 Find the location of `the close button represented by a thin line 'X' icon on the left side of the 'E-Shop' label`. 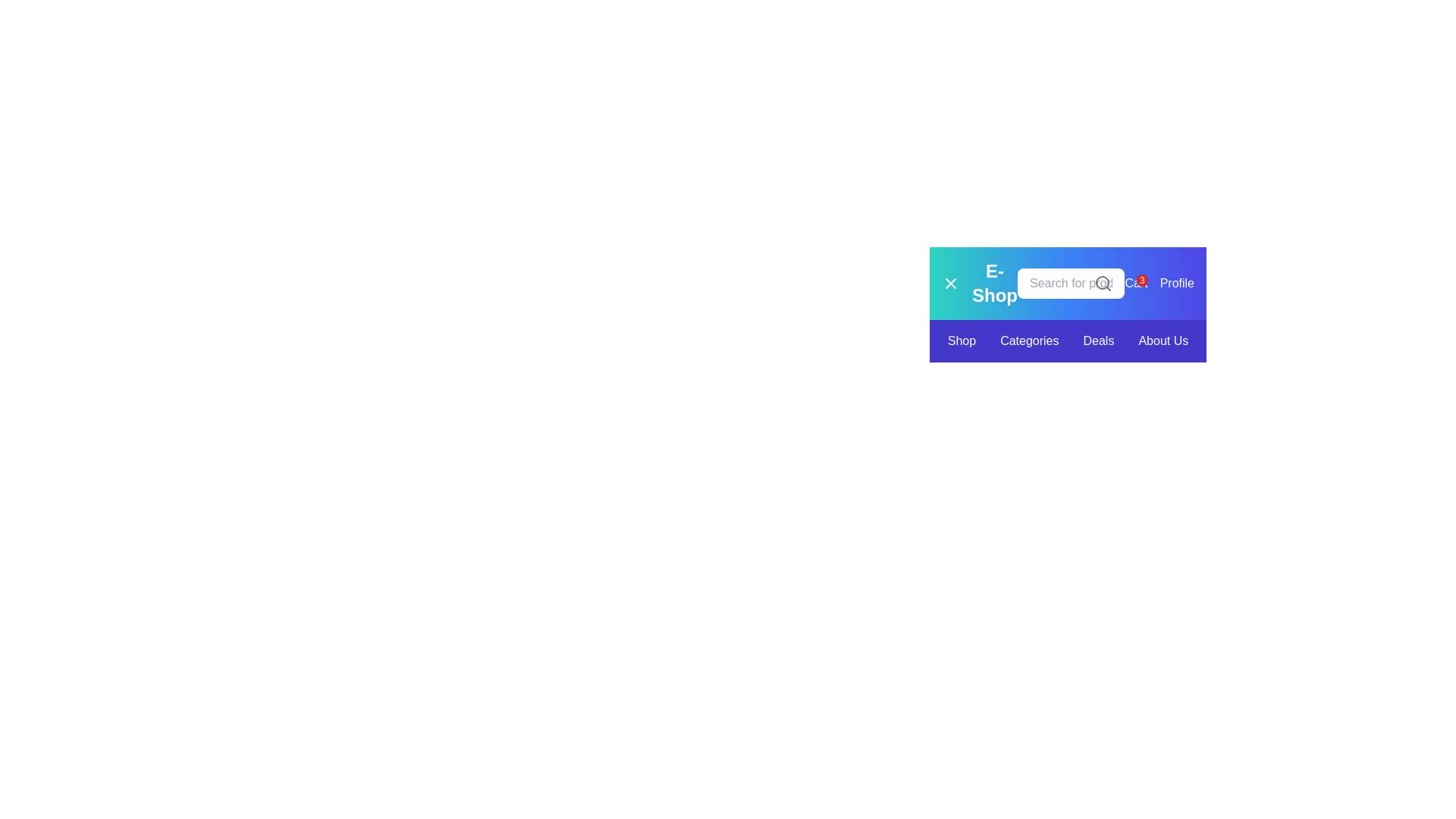

the close button represented by a thin line 'X' icon on the left side of the 'E-Shop' label is located at coordinates (949, 284).